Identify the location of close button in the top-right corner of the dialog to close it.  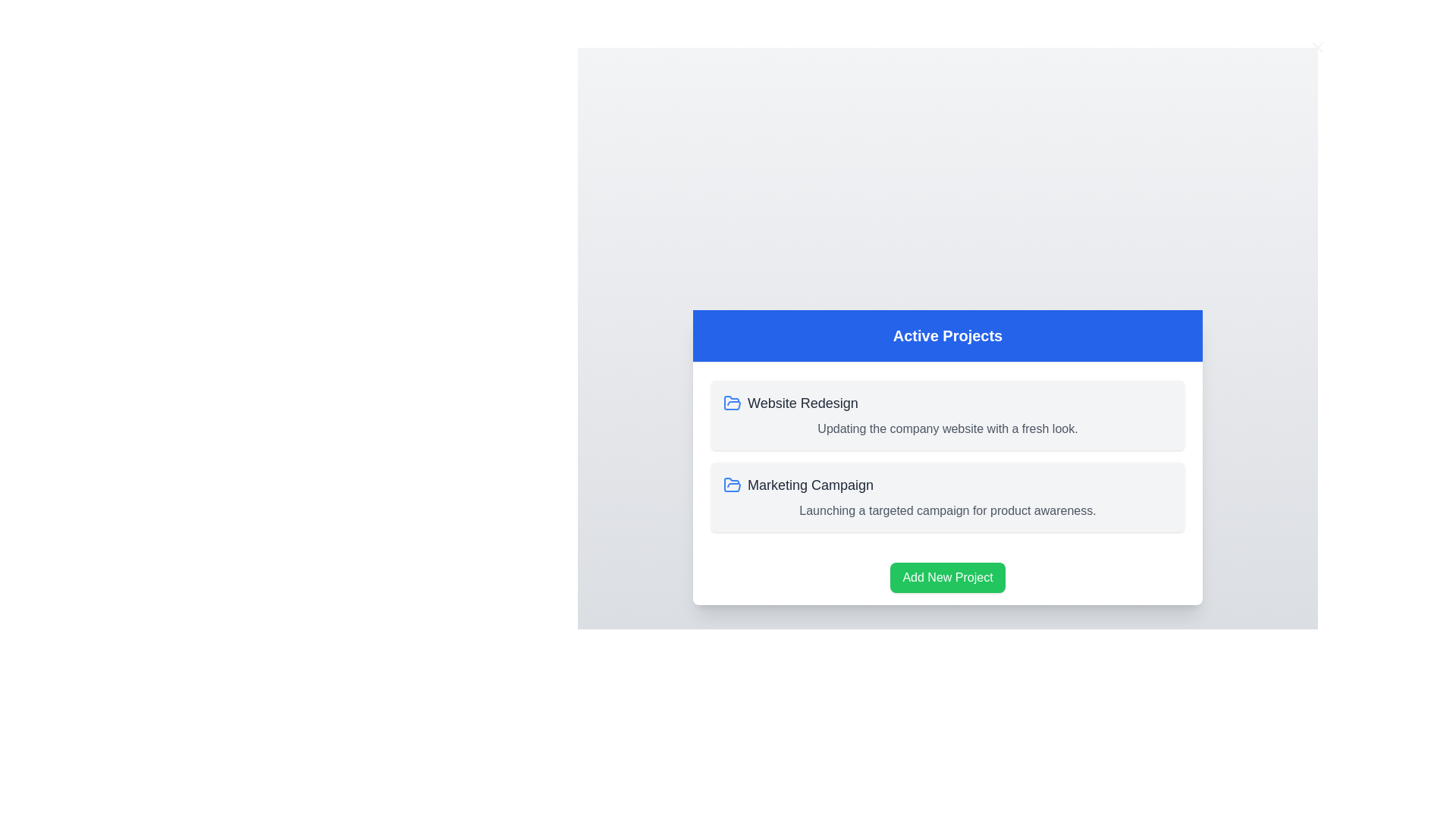
(1316, 46).